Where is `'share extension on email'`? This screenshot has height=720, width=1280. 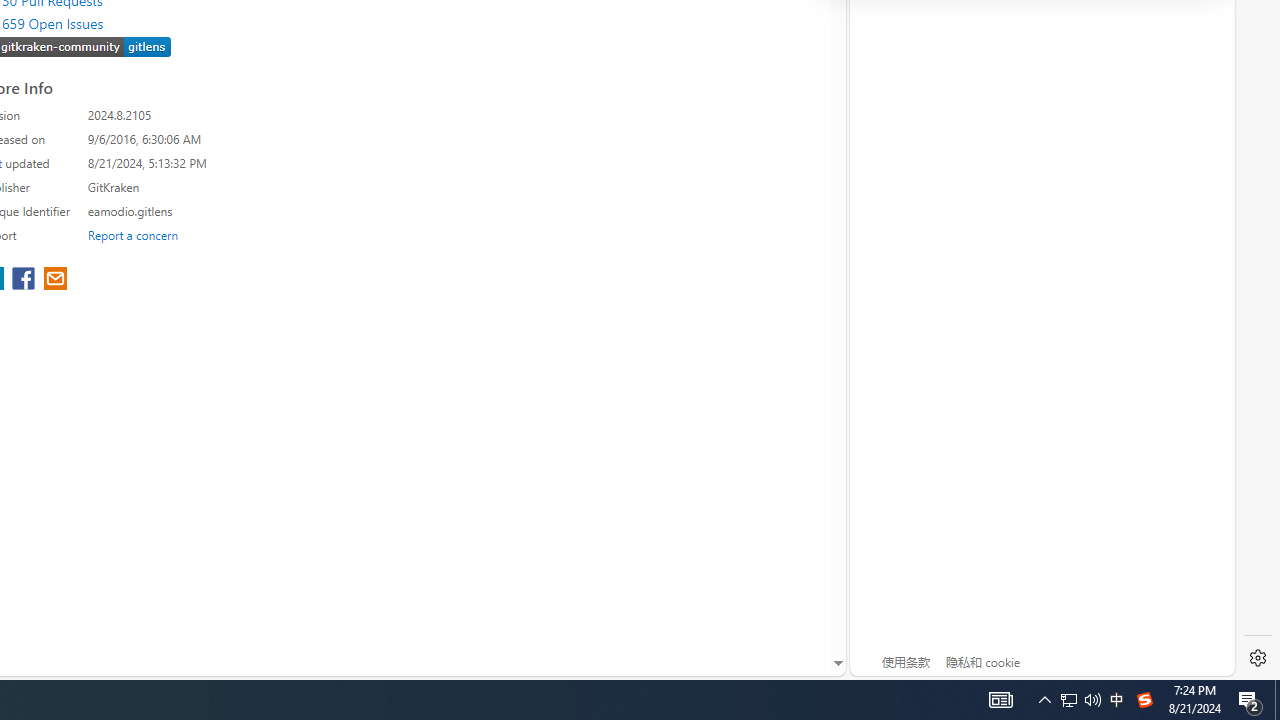
'share extension on email' is located at coordinates (55, 280).